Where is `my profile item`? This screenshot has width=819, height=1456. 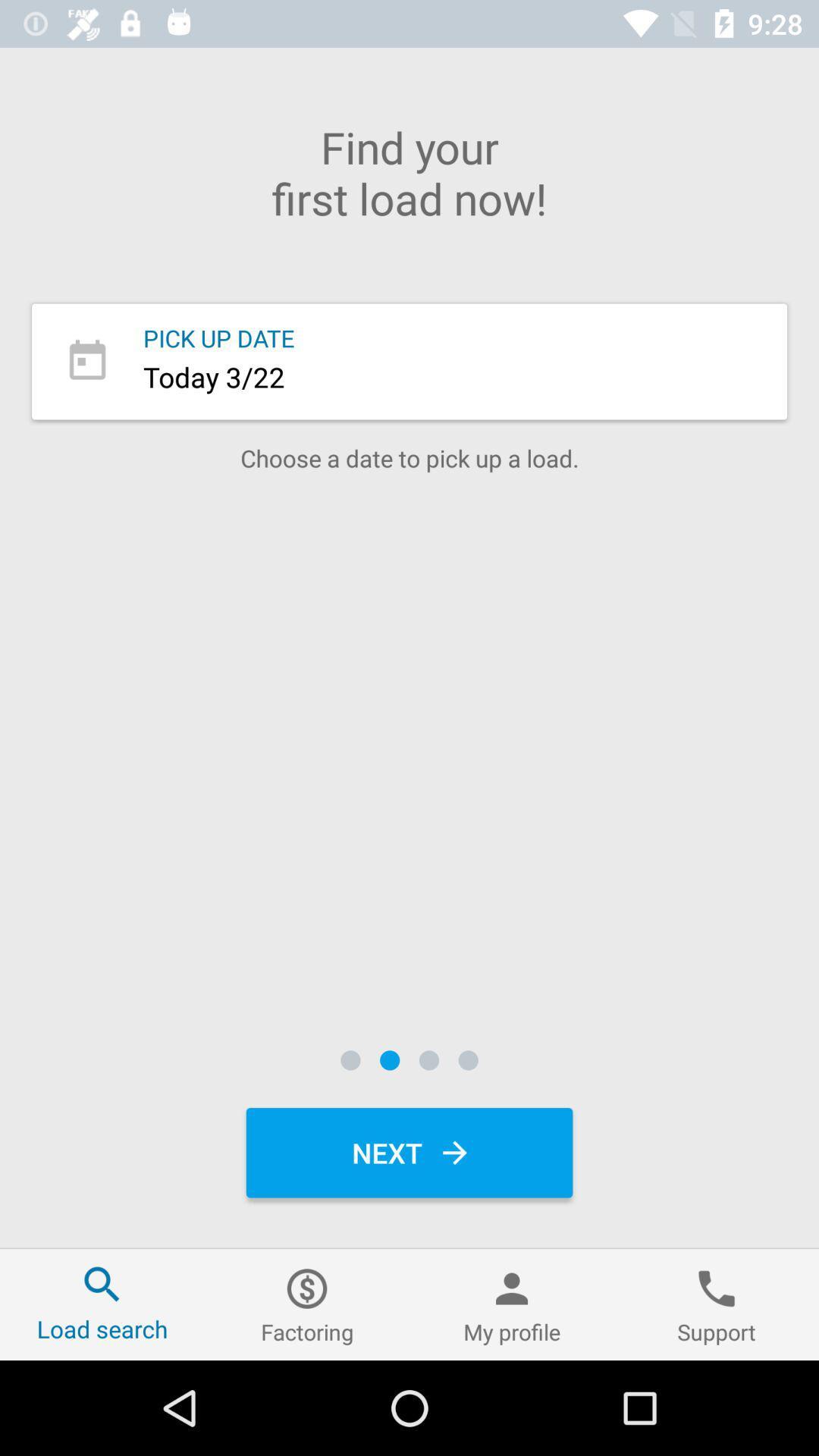 my profile item is located at coordinates (512, 1304).